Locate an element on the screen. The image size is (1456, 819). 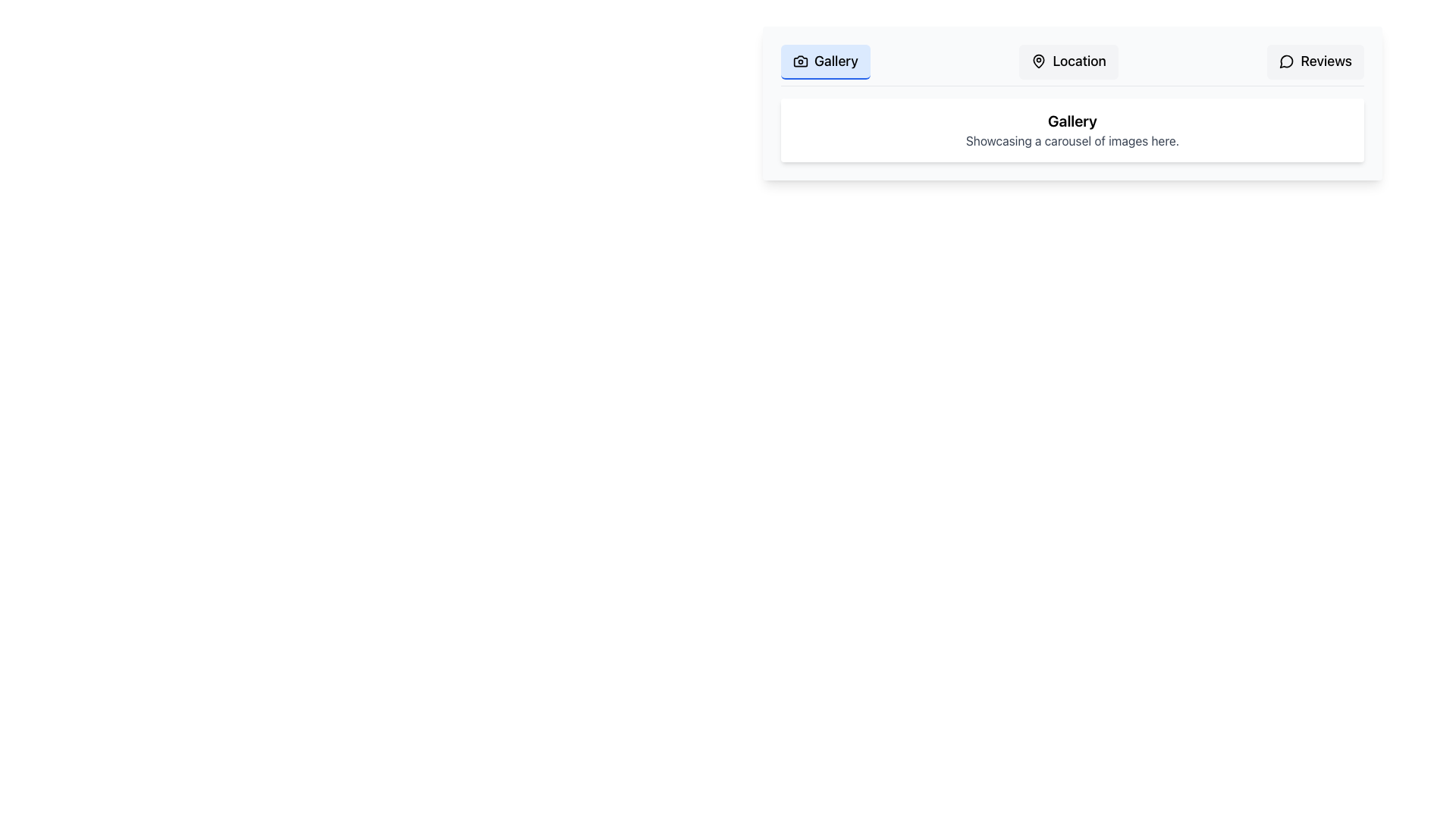
the 'Location' tab button which has a light gray background and a map pin icon to potentially reveal a tooltip or highlight effect is located at coordinates (1068, 61).